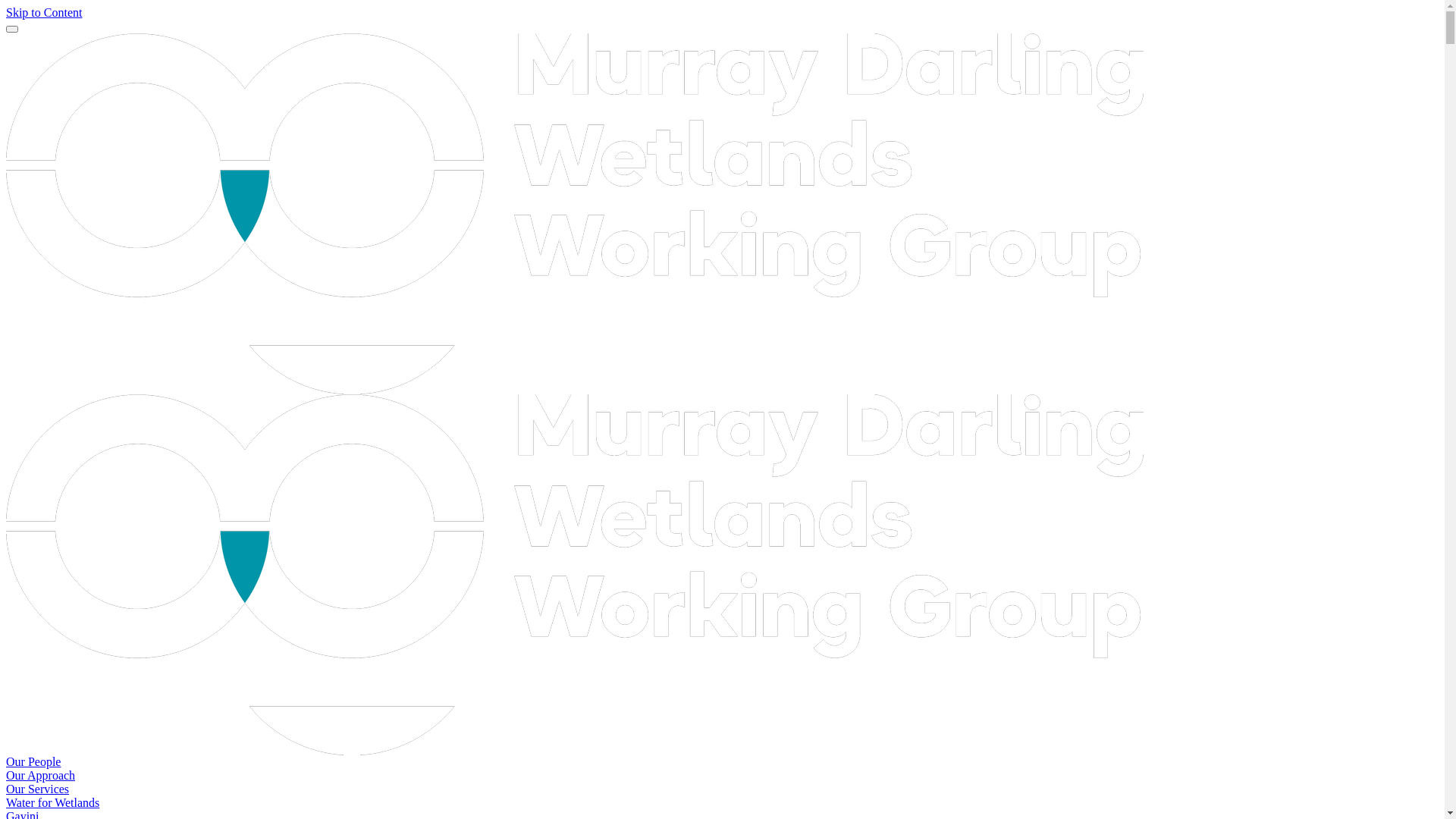 The width and height of the screenshot is (1456, 819). I want to click on 'Skip to Content', so click(43, 12).